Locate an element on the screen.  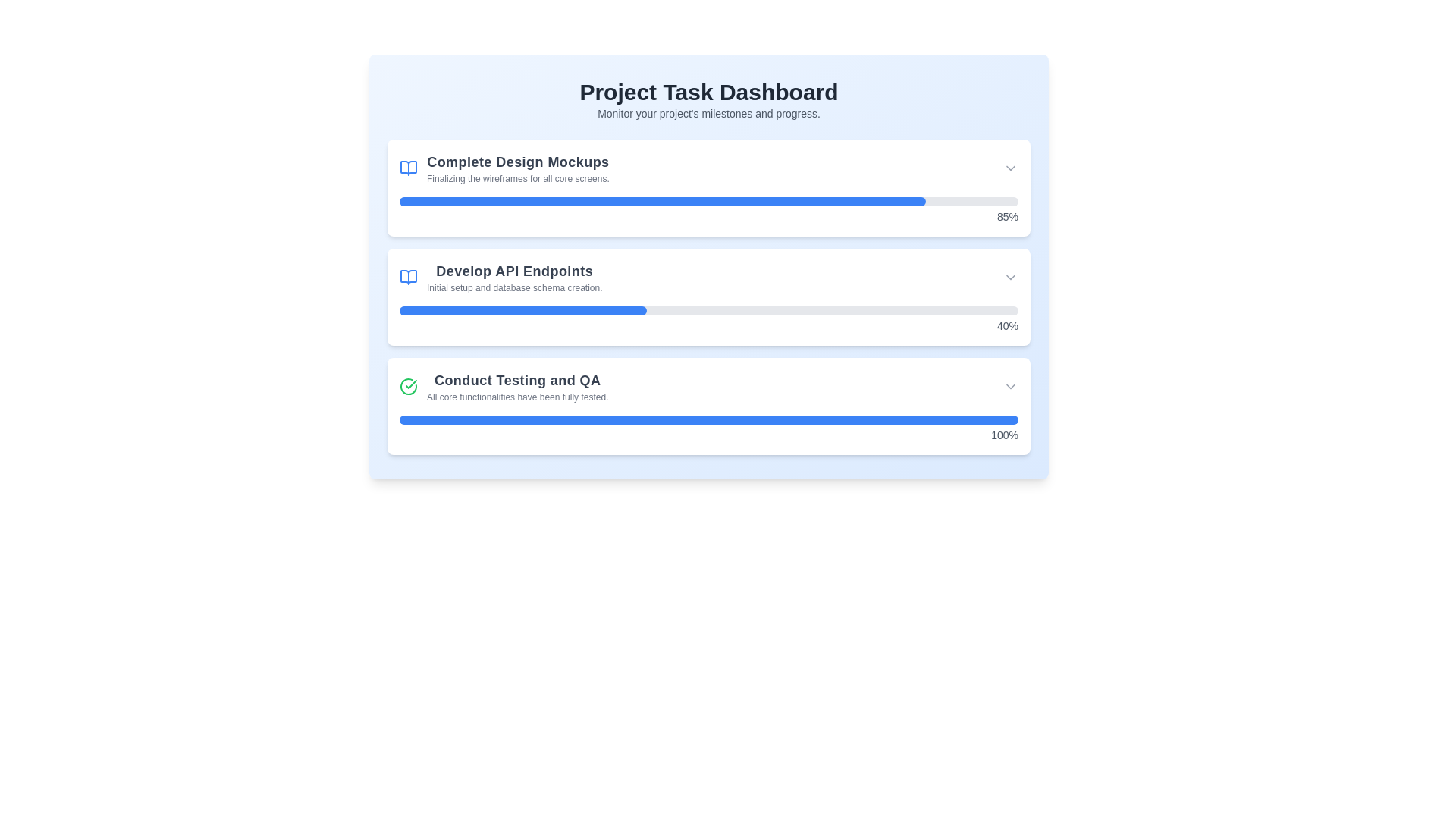
title 'Conduct Testing and QA' and subtitle 'All core functionalities have been fully tested.' from the third Task item component in the task list is located at coordinates (504, 385).